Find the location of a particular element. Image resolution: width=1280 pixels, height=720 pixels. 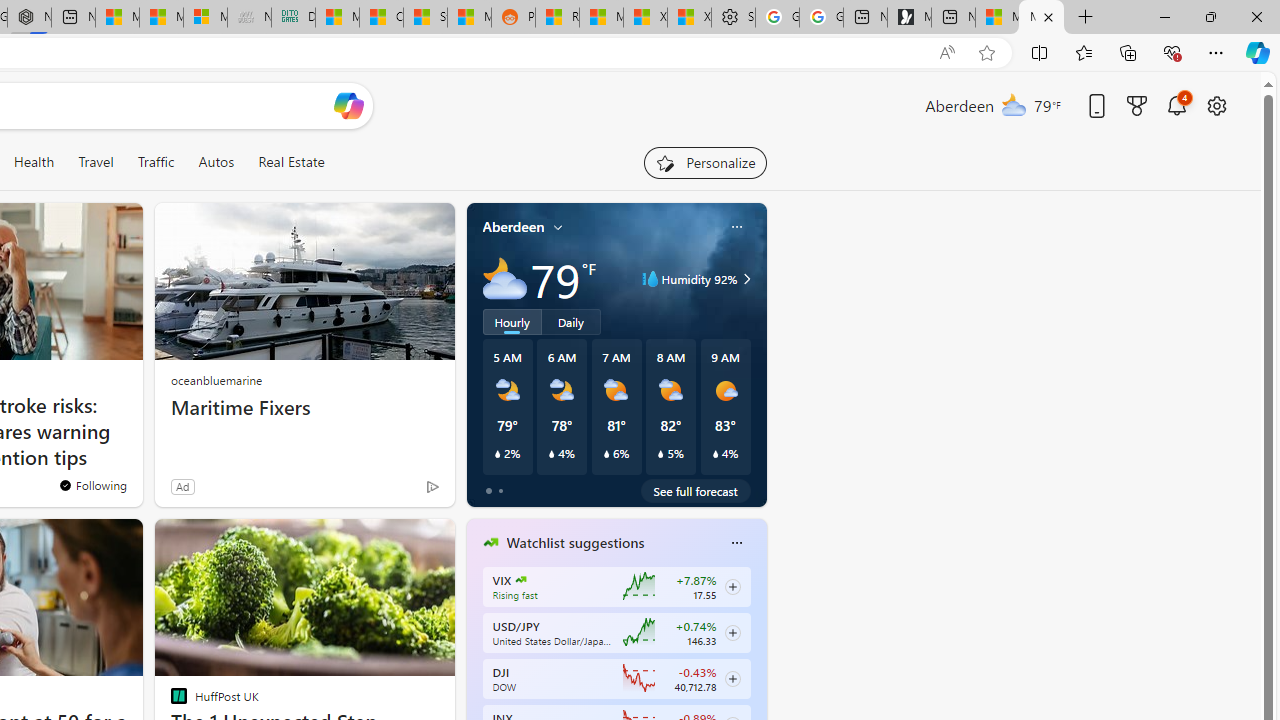

'Autos' is located at coordinates (216, 161).